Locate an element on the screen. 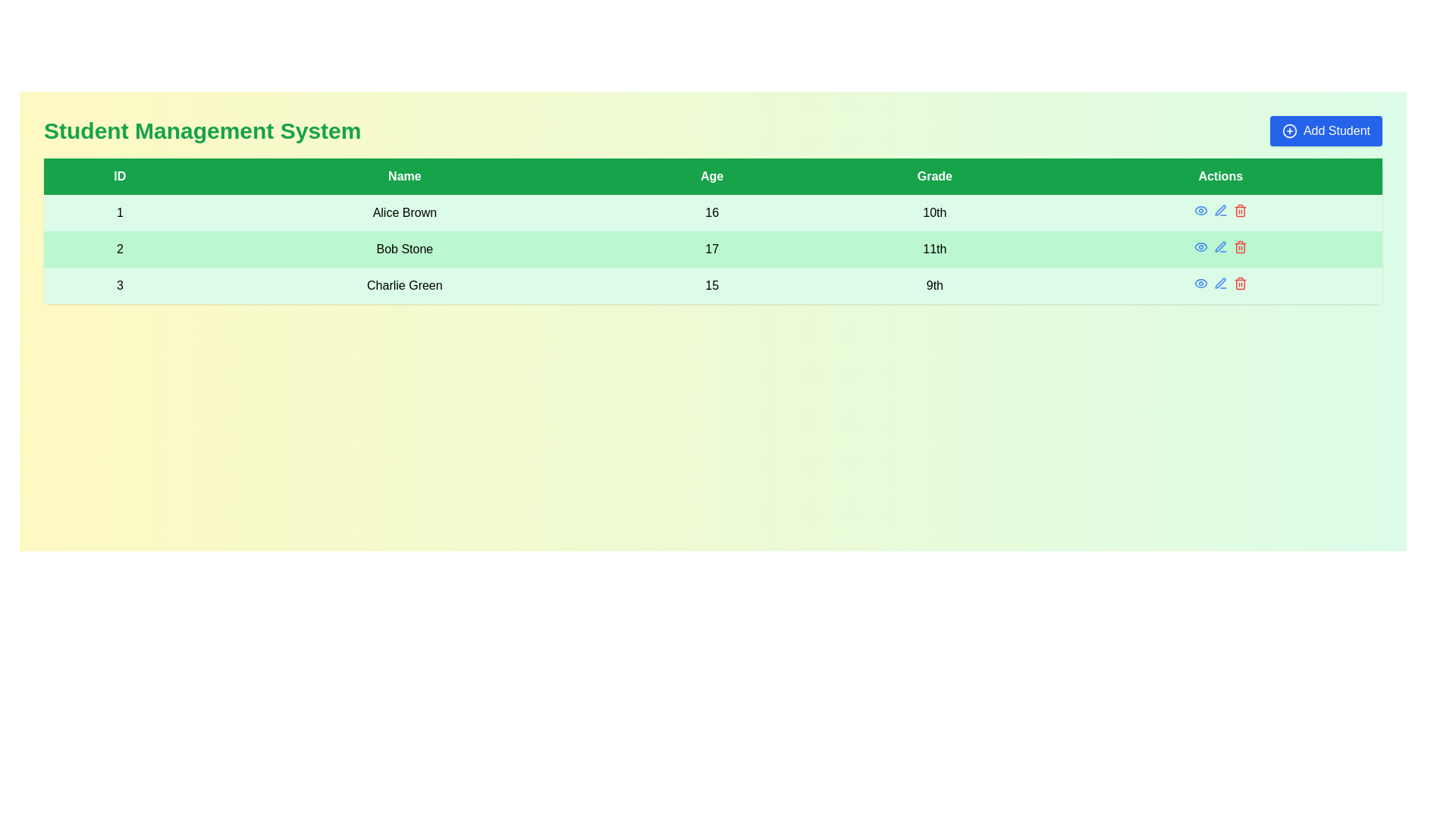 Image resolution: width=1456 pixels, height=819 pixels. the rectangular button with a blue background and white text labeled 'Add Student' to initiate the adding process is located at coordinates (1325, 130).